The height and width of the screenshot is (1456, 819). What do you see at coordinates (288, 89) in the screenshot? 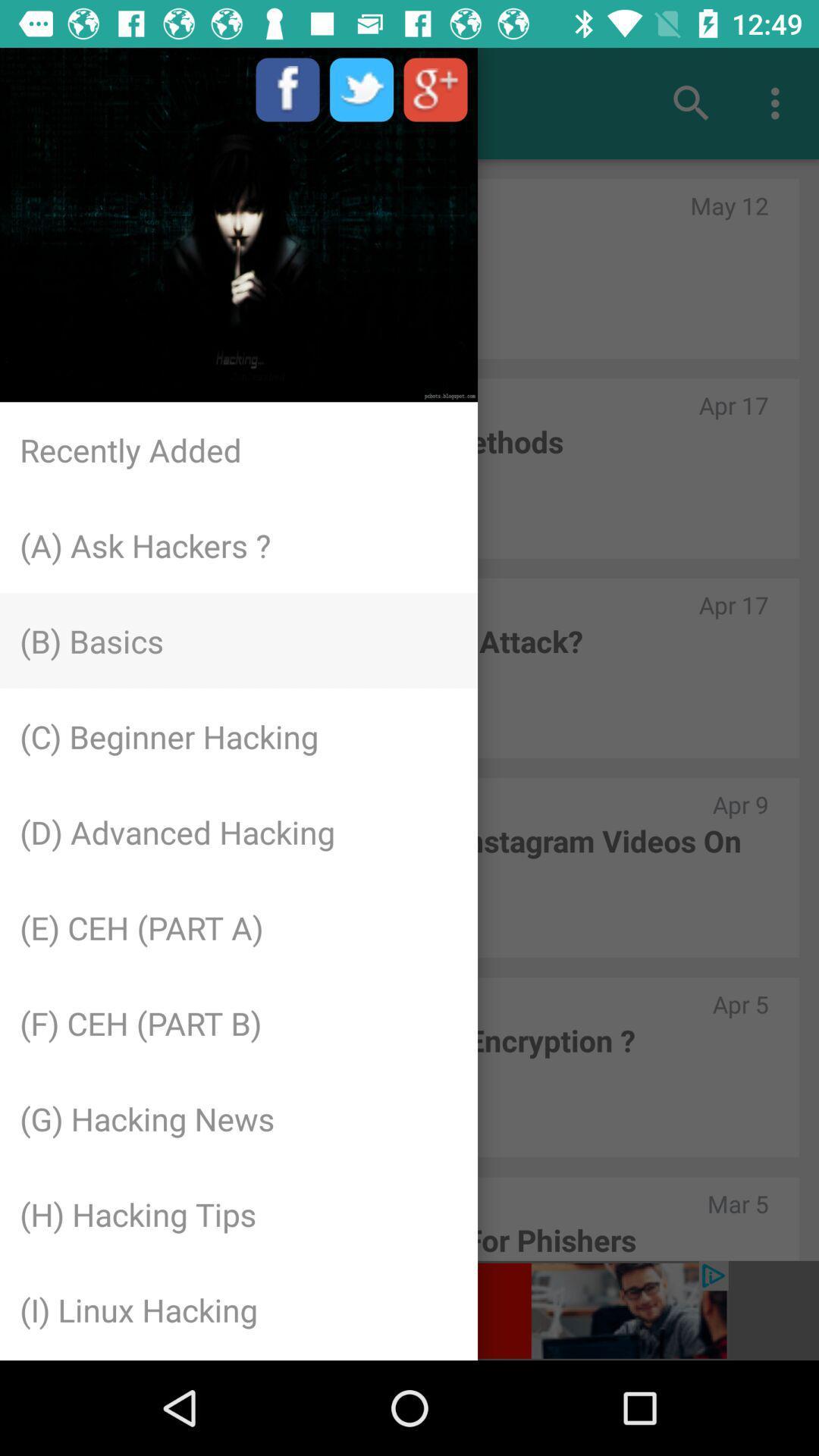
I see `the facebook icon` at bounding box center [288, 89].